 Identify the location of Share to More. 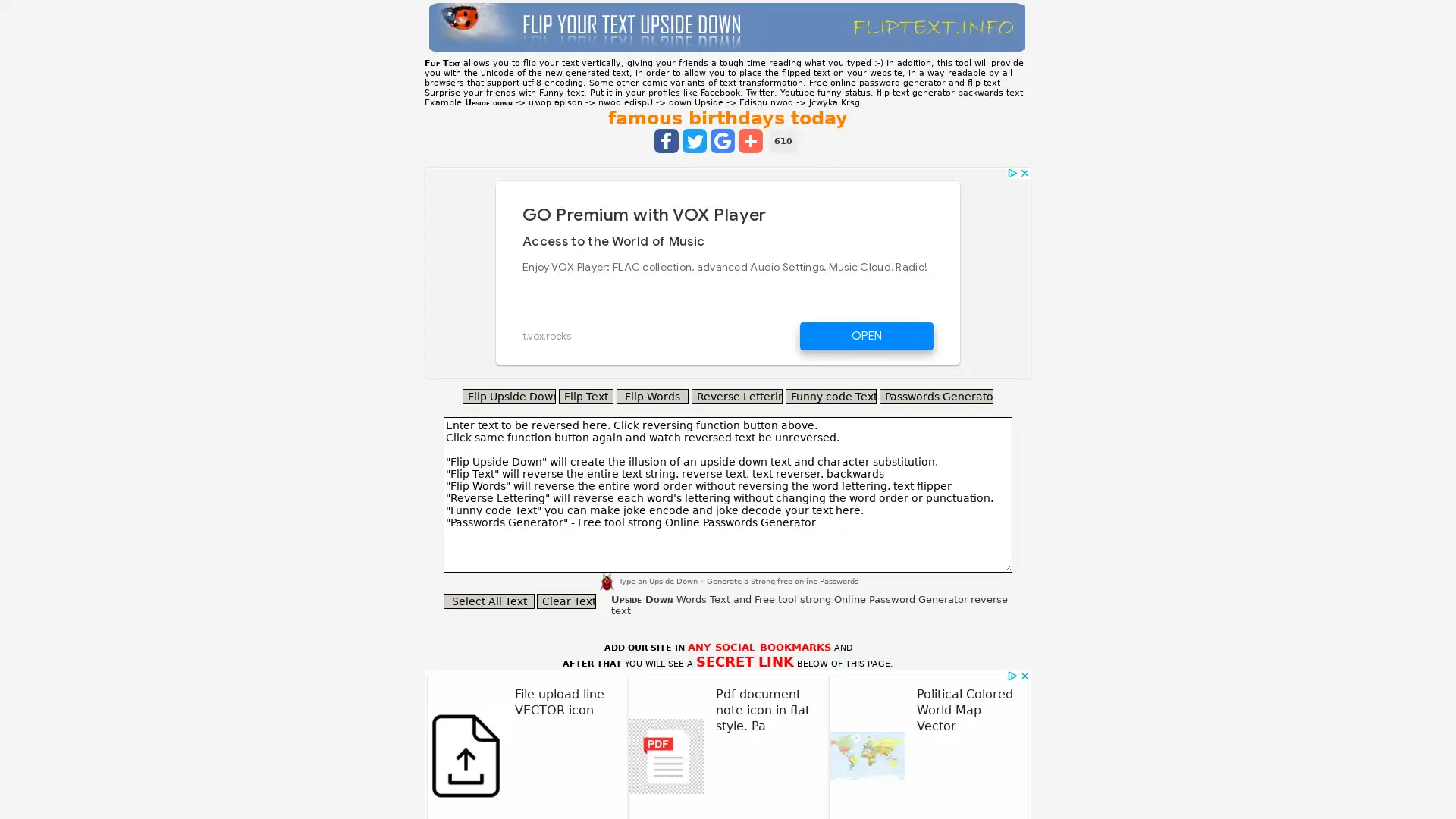
(750, 140).